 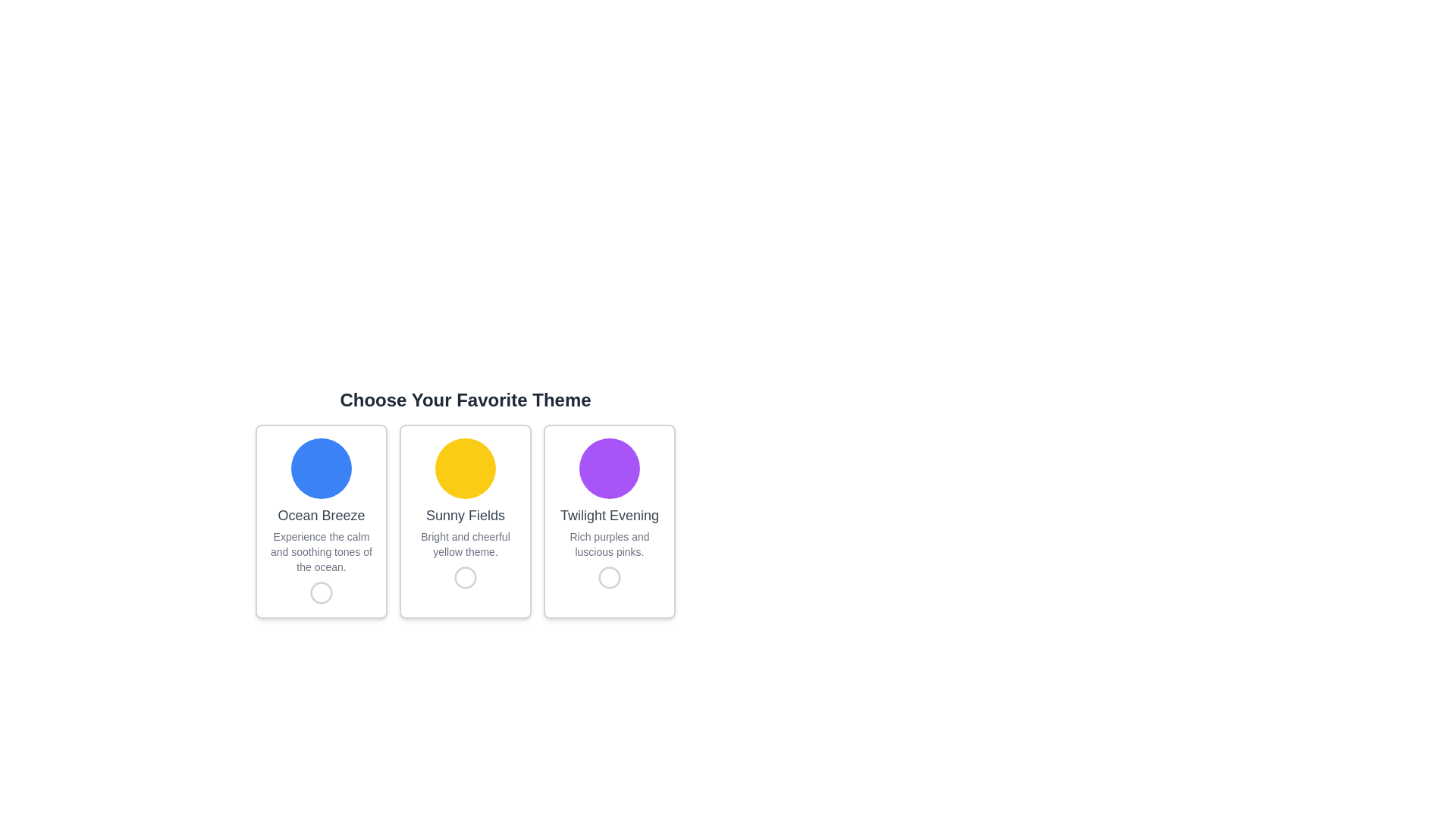 What do you see at coordinates (465, 578) in the screenshot?
I see `the circular icon with a gray border located directly beneath the 'Sunny Fields' text in the middle card of the three displayed options` at bounding box center [465, 578].